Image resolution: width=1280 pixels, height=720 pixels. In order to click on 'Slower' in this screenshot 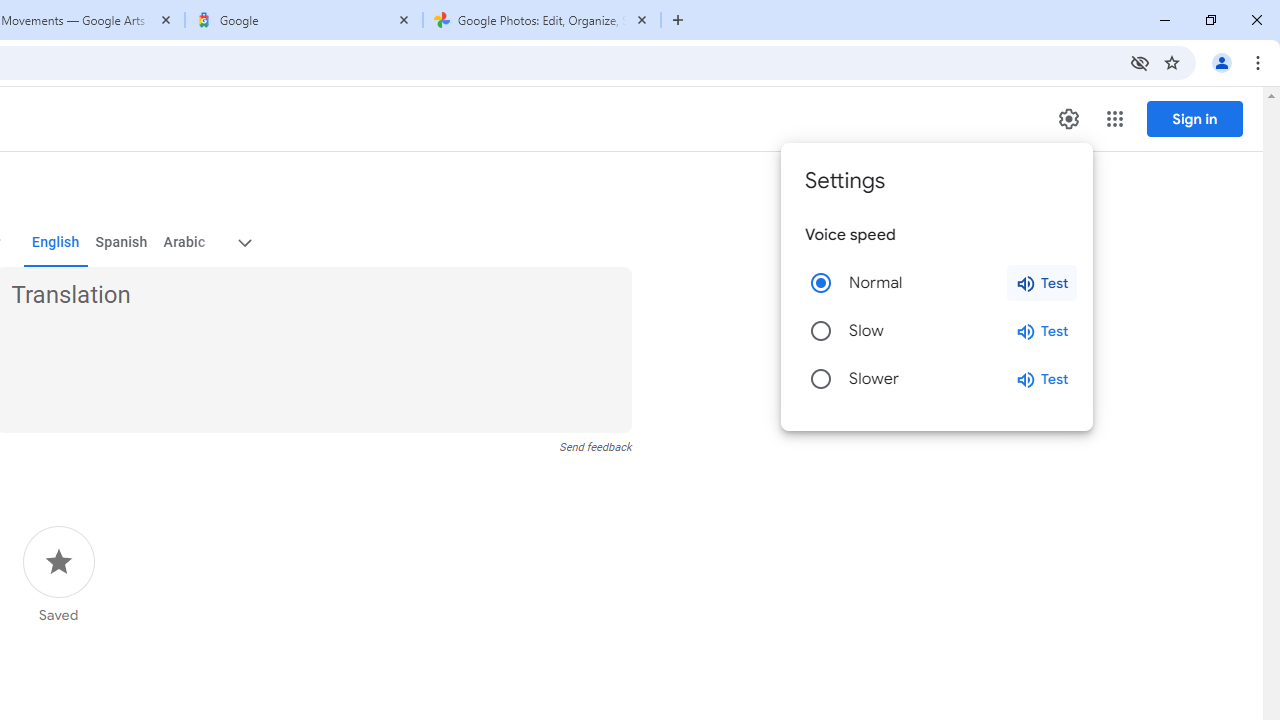, I will do `click(821, 379)`.